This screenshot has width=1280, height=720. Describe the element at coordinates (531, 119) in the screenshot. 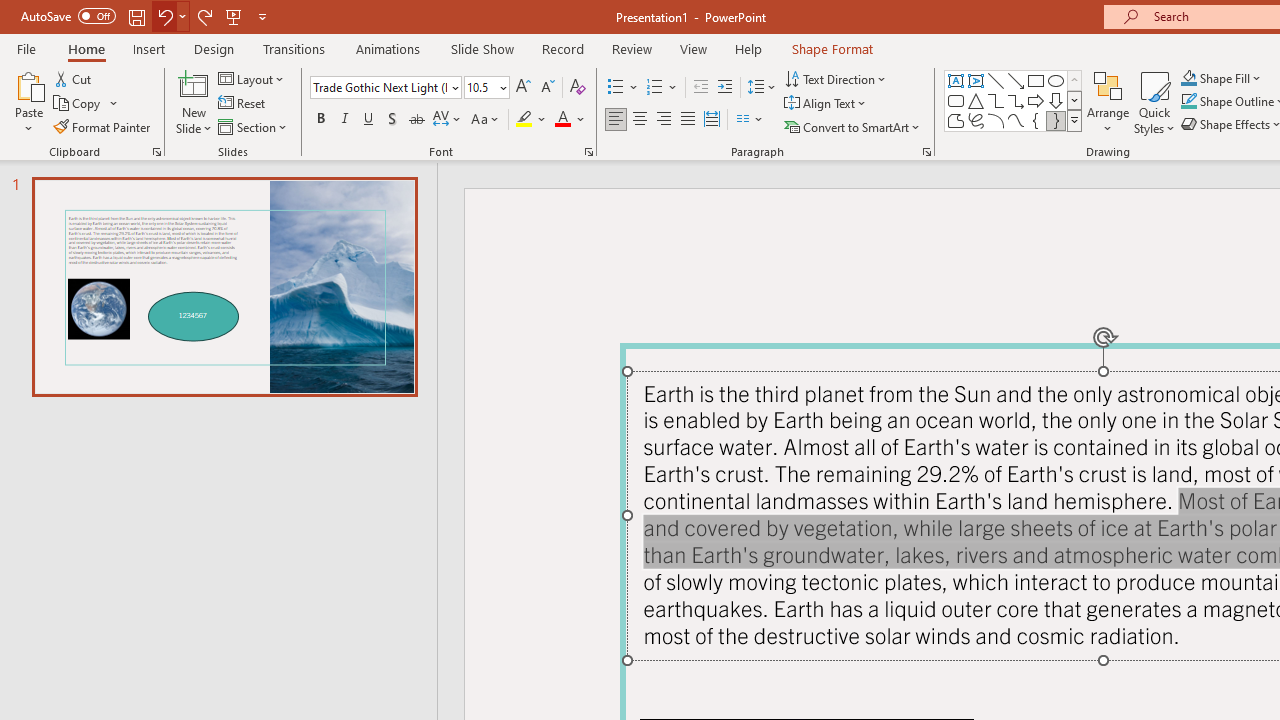

I see `'Text Highlight Color'` at that location.